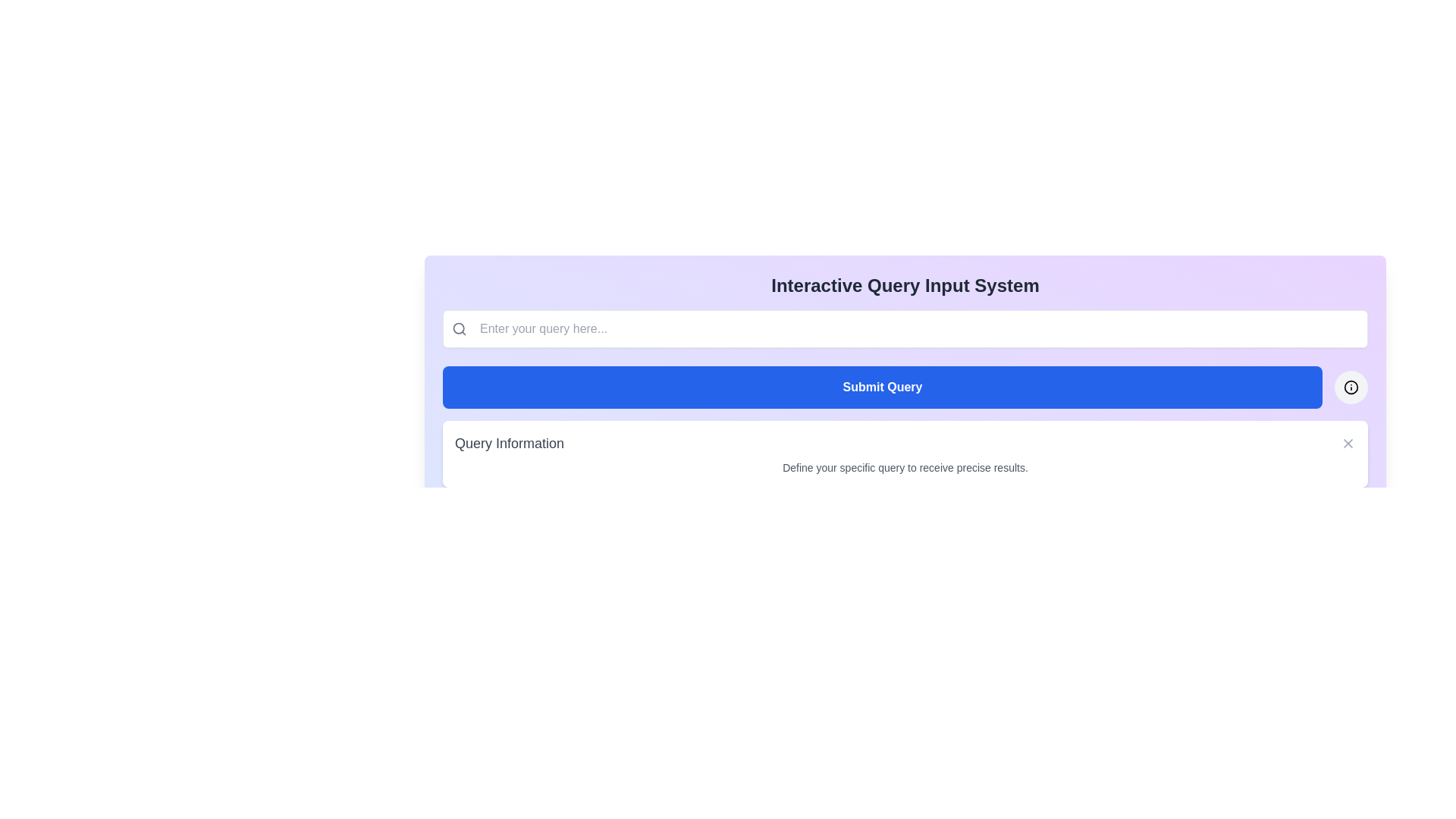 Image resolution: width=1456 pixels, height=819 pixels. I want to click on the outermost circular component of the information icon located at the top-right corner of the interface, so click(1351, 385).